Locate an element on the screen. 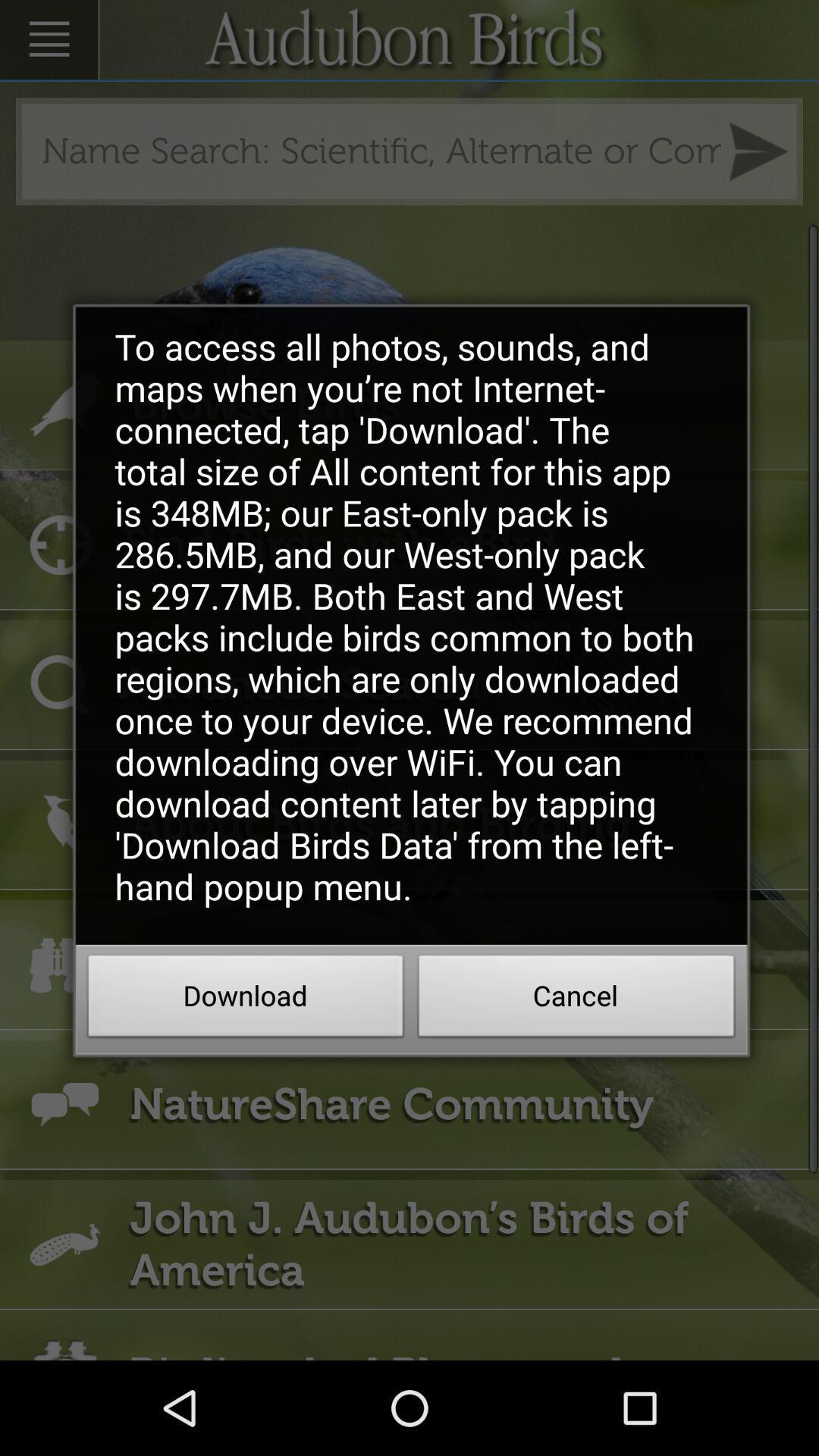 Image resolution: width=819 pixels, height=1456 pixels. the send icon is located at coordinates (758, 162).